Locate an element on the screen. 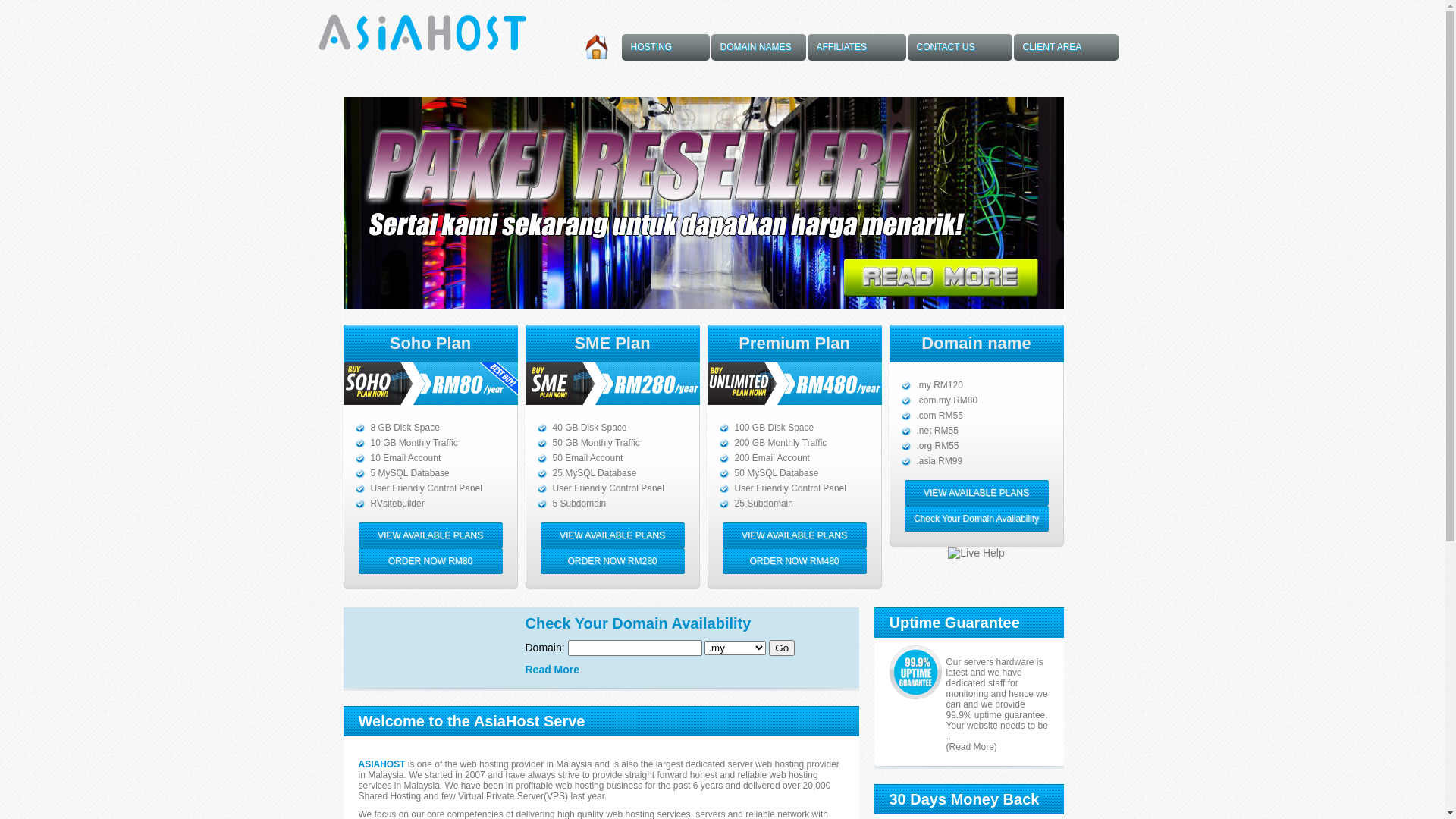  'CLIENT AREA' is located at coordinates (1065, 46).